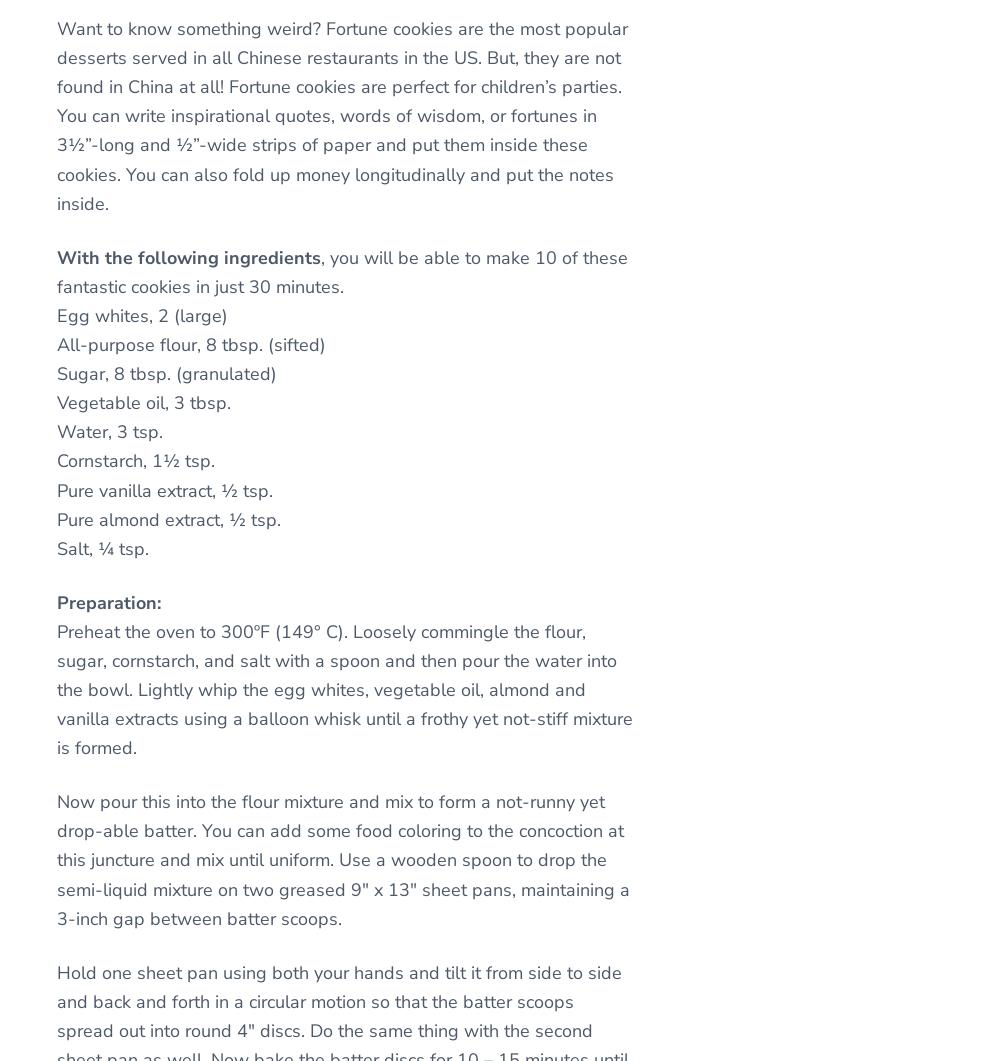  Describe the element at coordinates (135, 461) in the screenshot. I see `'Cornstarch, 1½ tsp.'` at that location.